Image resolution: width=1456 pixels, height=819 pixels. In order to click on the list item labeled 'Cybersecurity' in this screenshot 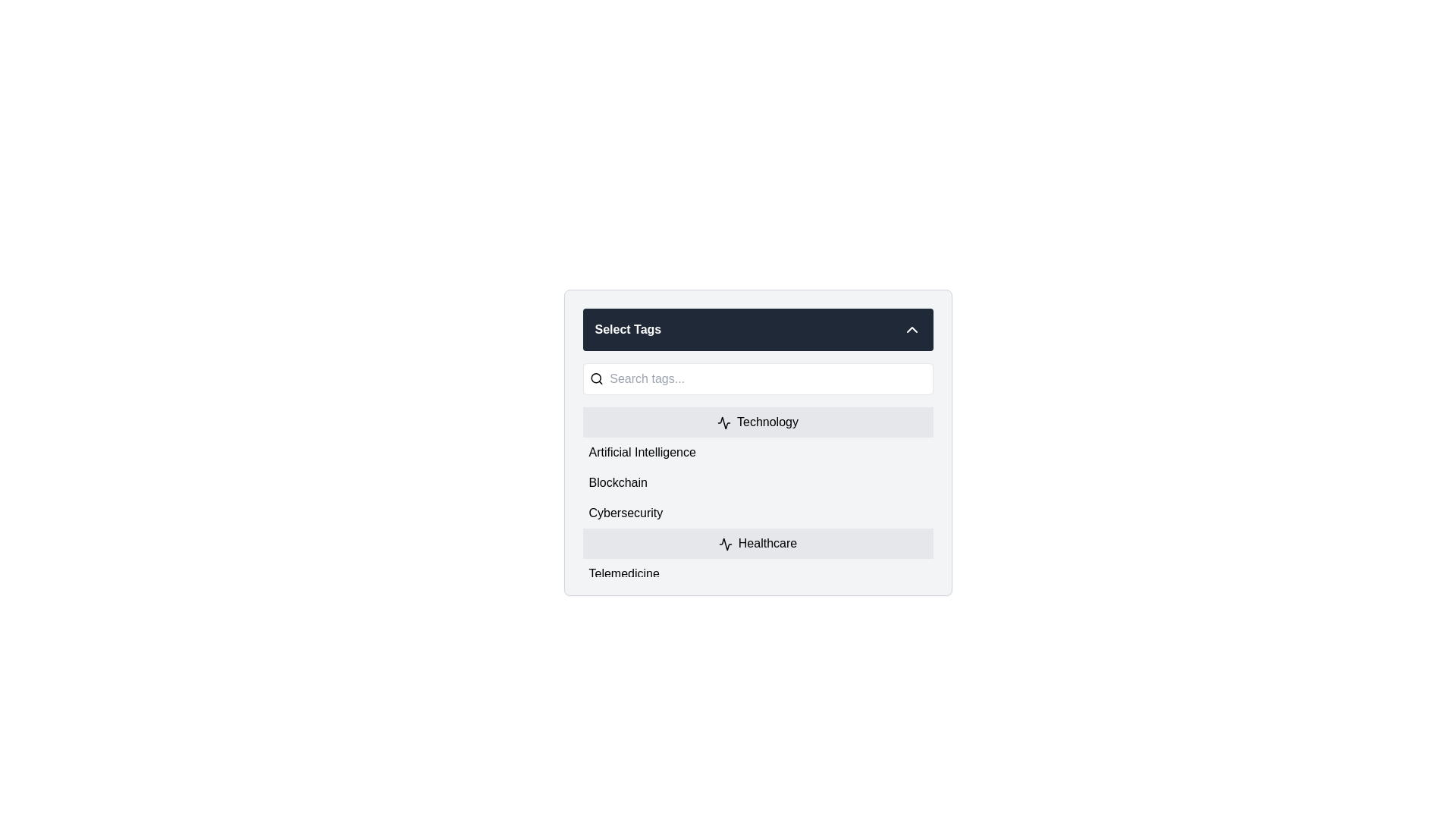, I will do `click(758, 513)`.